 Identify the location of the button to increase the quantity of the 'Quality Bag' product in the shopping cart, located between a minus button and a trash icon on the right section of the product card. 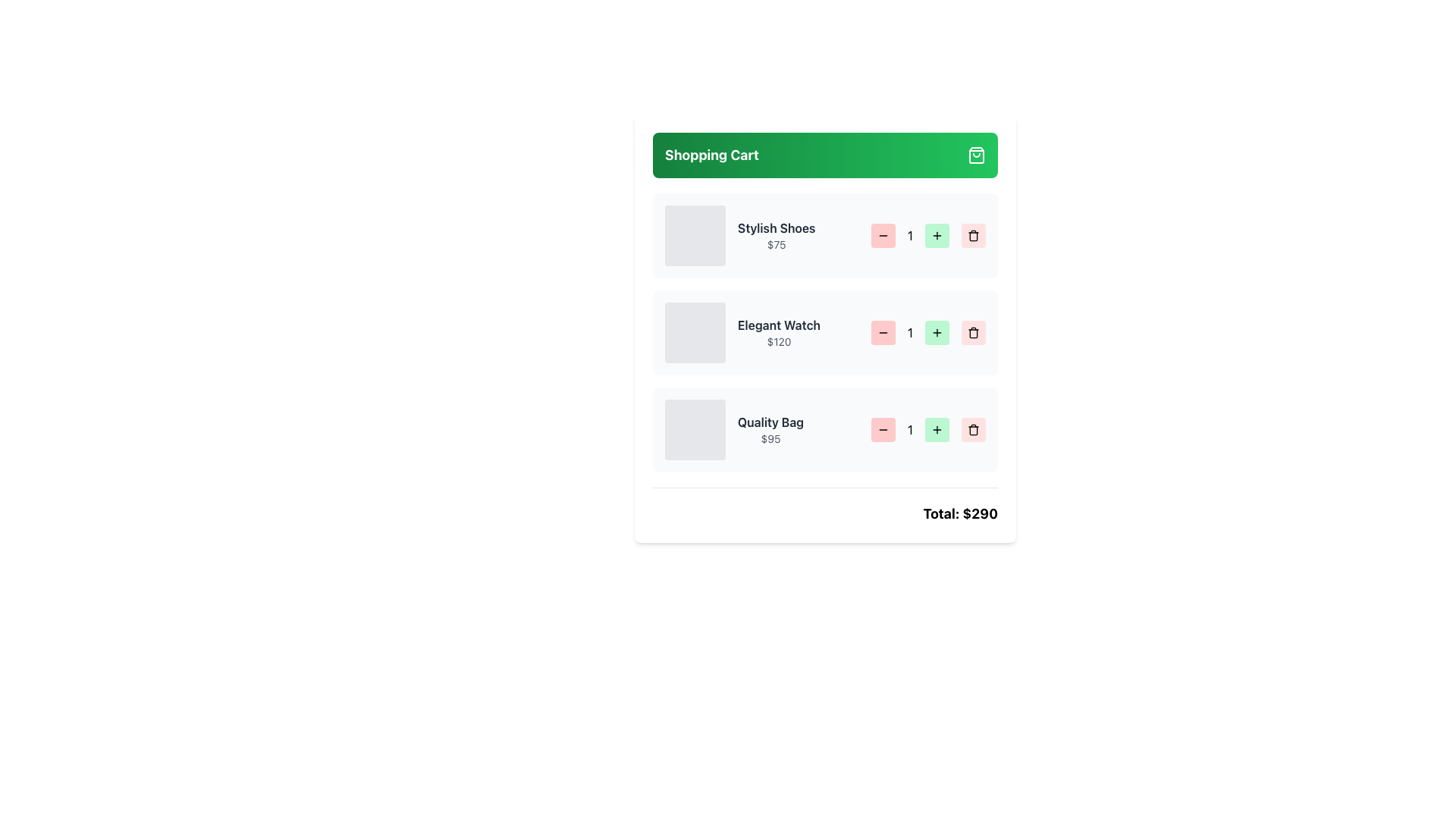
(927, 430).